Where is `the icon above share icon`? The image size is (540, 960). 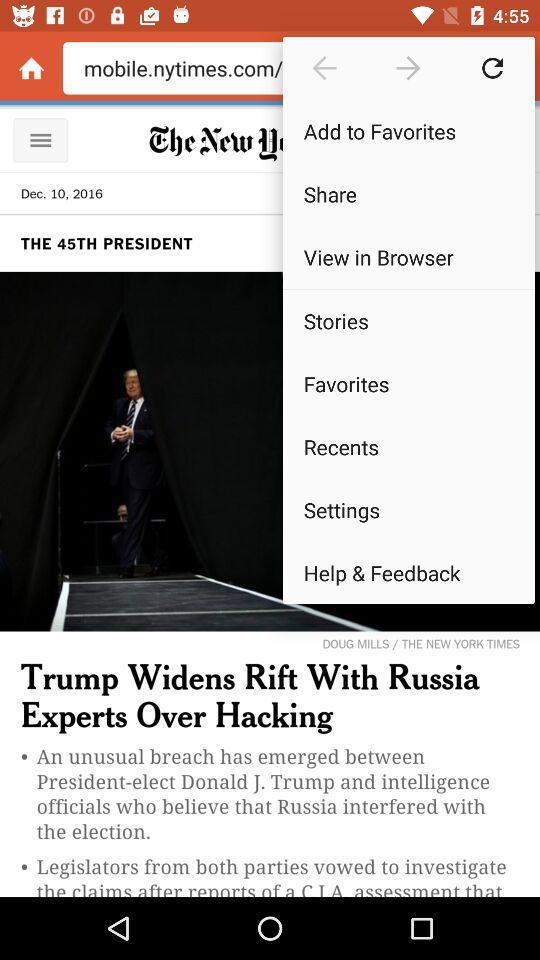
the icon above share icon is located at coordinates (407, 130).